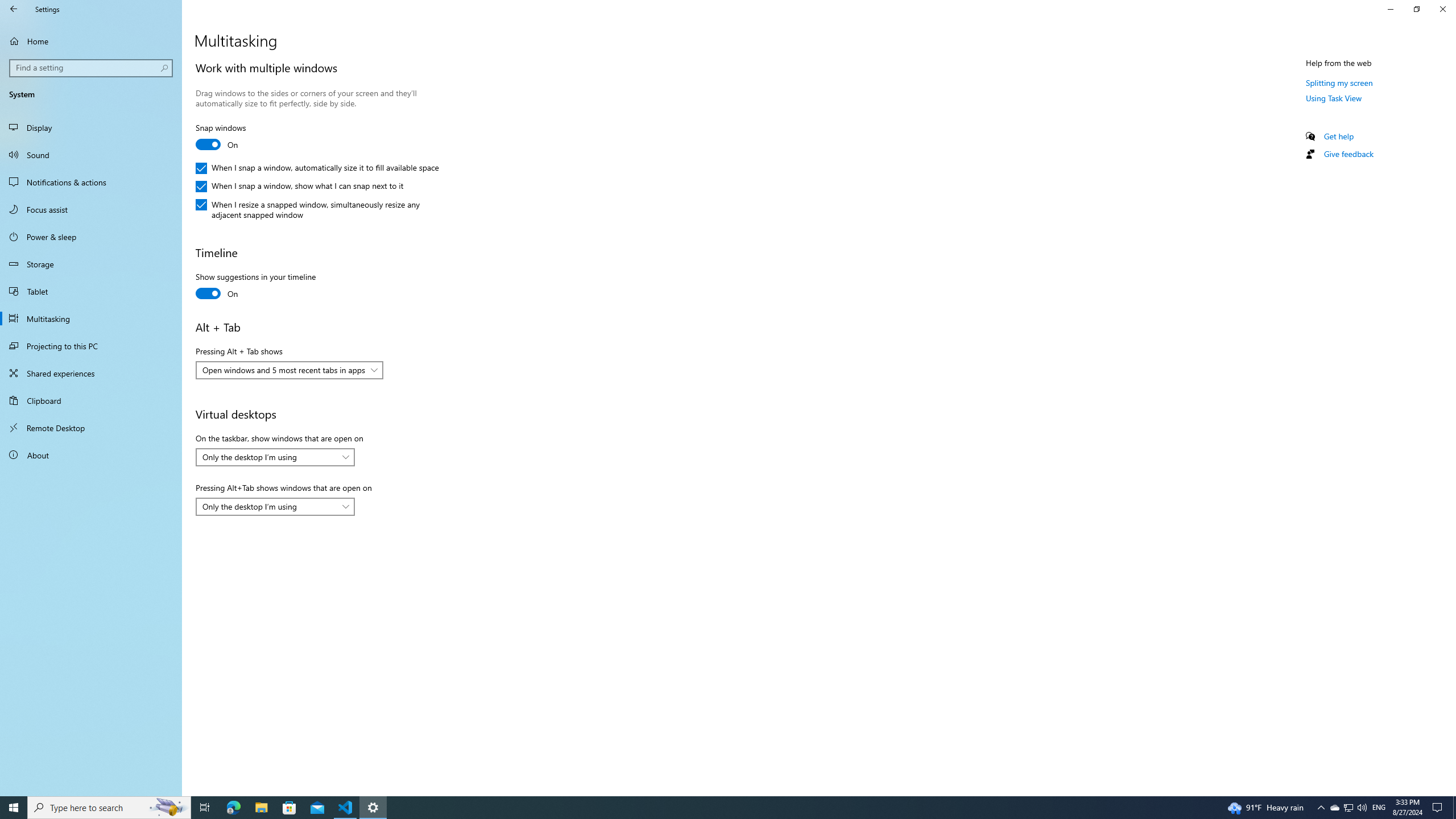  Describe the element at coordinates (1321, 806) in the screenshot. I see `'Notification Chevron'` at that location.